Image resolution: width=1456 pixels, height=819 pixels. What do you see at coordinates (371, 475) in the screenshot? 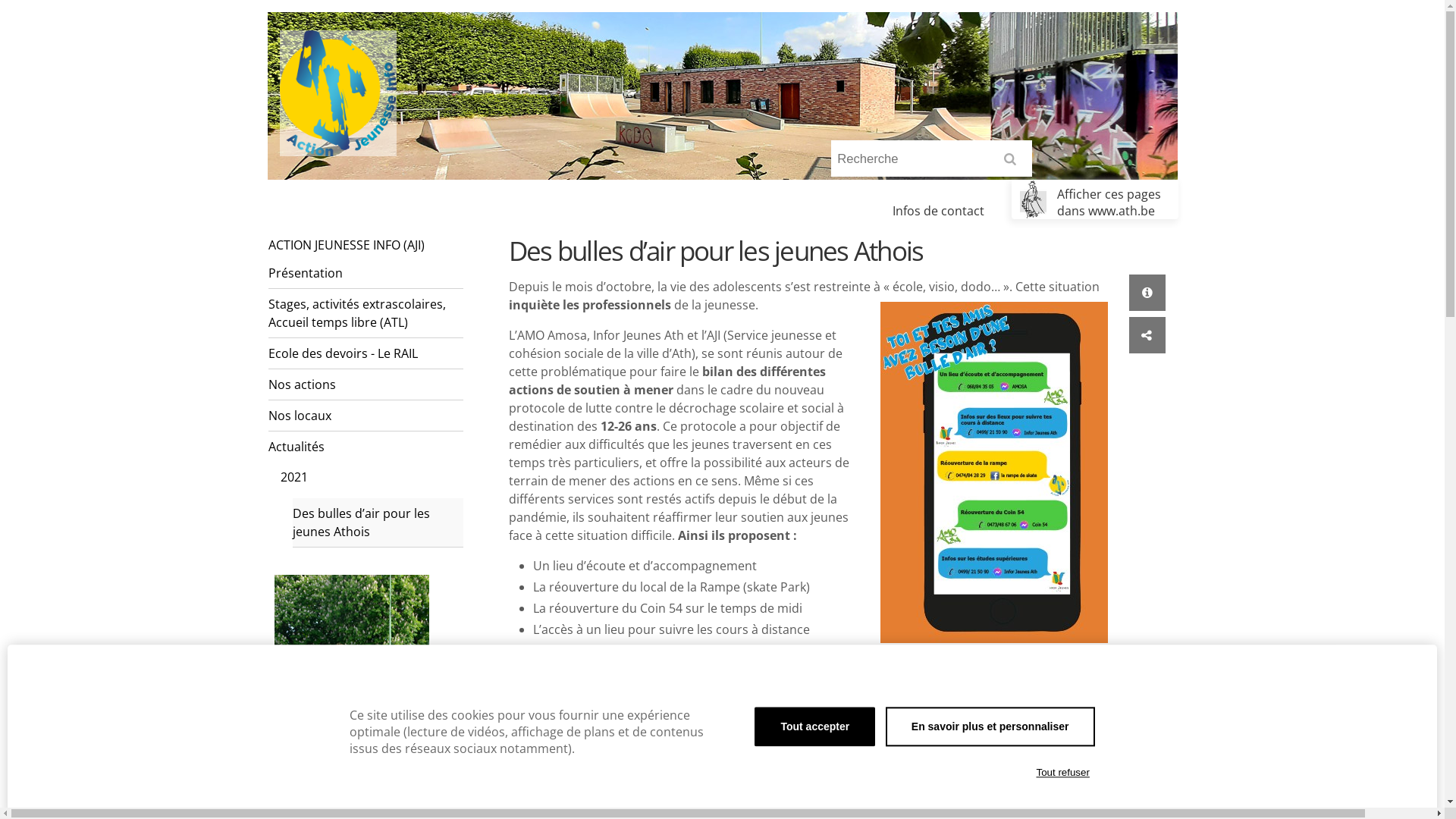
I see `'2021'` at bounding box center [371, 475].